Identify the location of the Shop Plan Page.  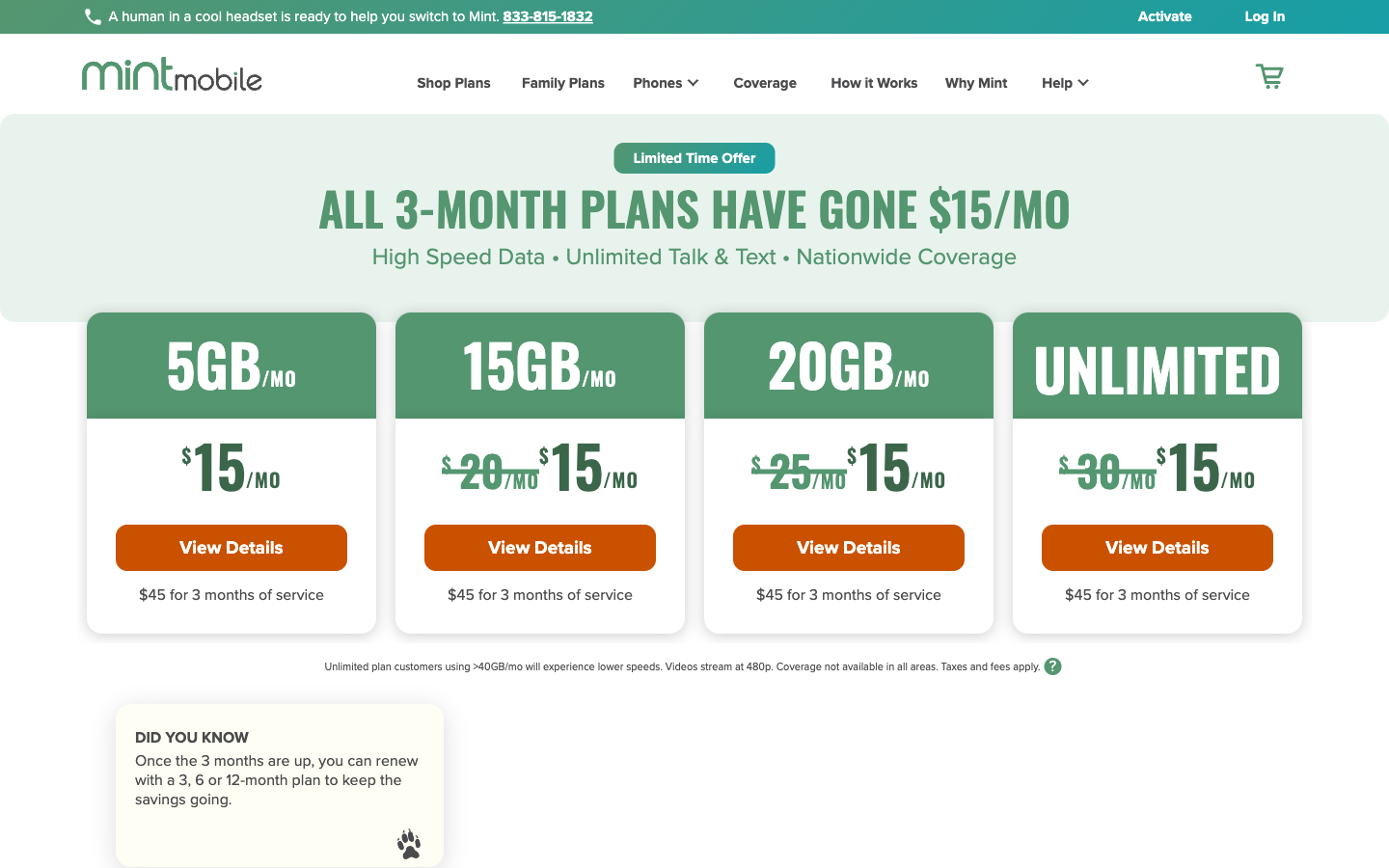
(442, 85).